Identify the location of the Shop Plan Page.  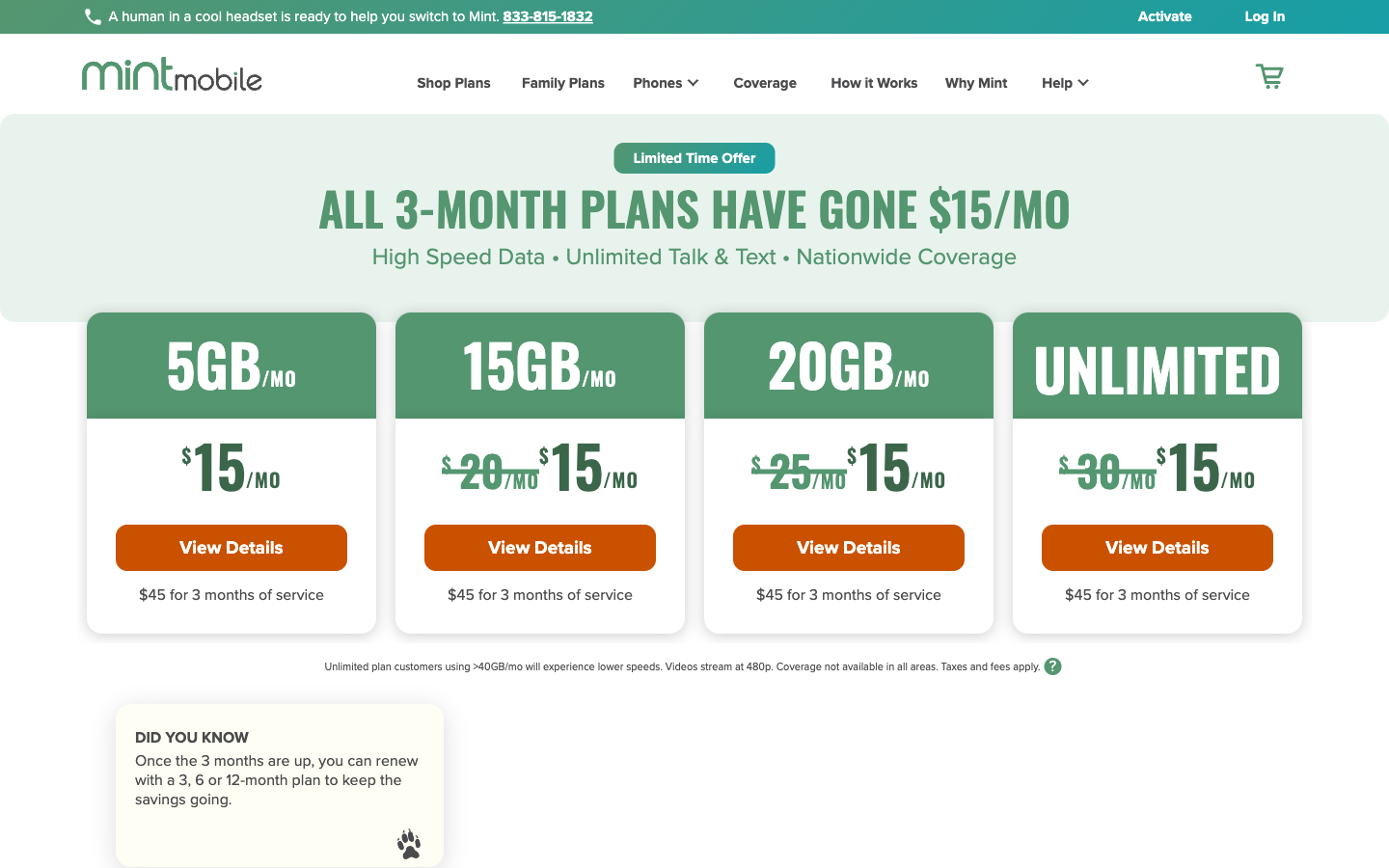
(442, 85).